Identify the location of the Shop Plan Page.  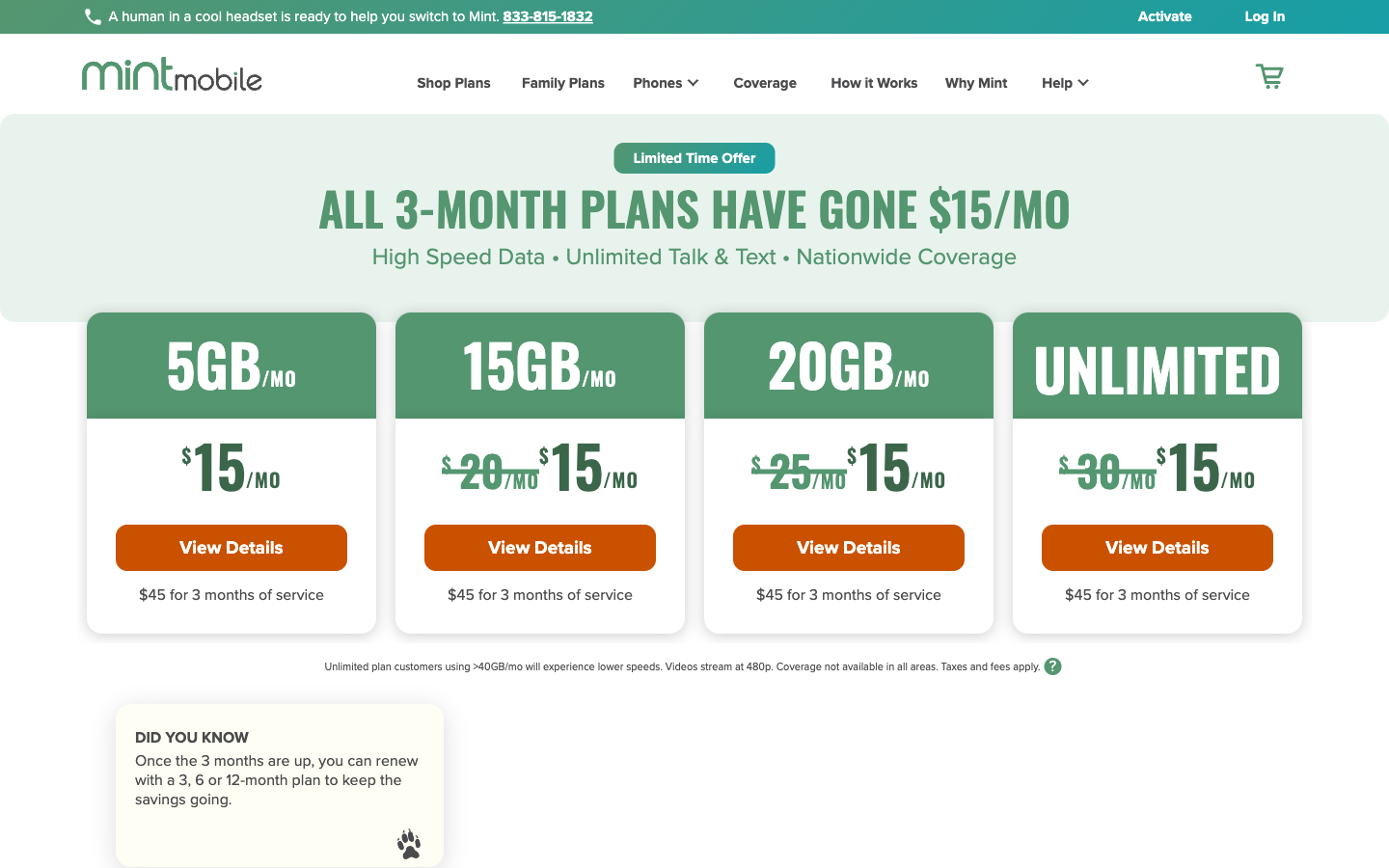
(442, 85).